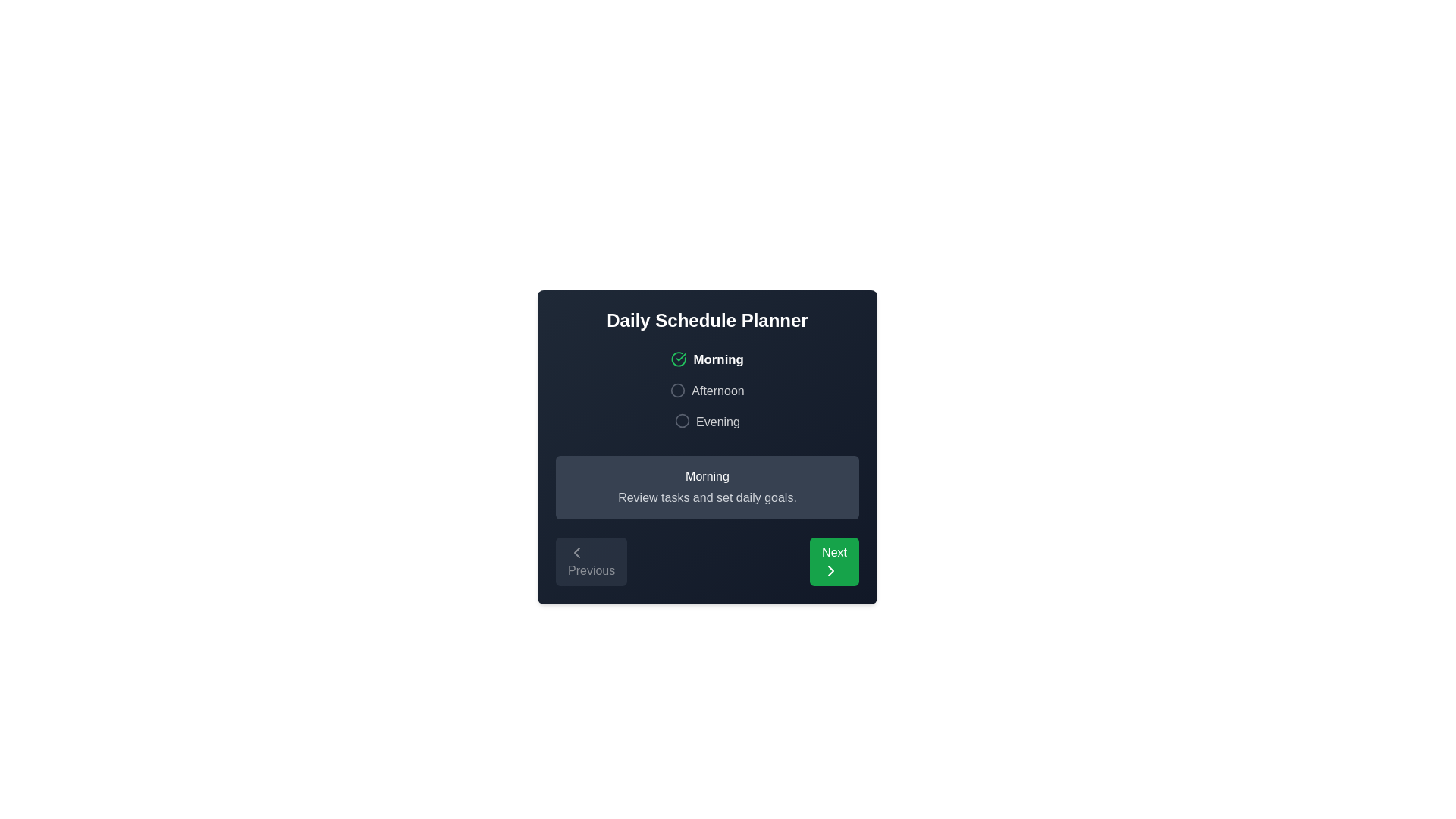 The height and width of the screenshot is (819, 1456). What do you see at coordinates (677, 389) in the screenshot?
I see `the 'Afternoon' radio button in the Daily Schedule Planner interface for keyboard navigation` at bounding box center [677, 389].